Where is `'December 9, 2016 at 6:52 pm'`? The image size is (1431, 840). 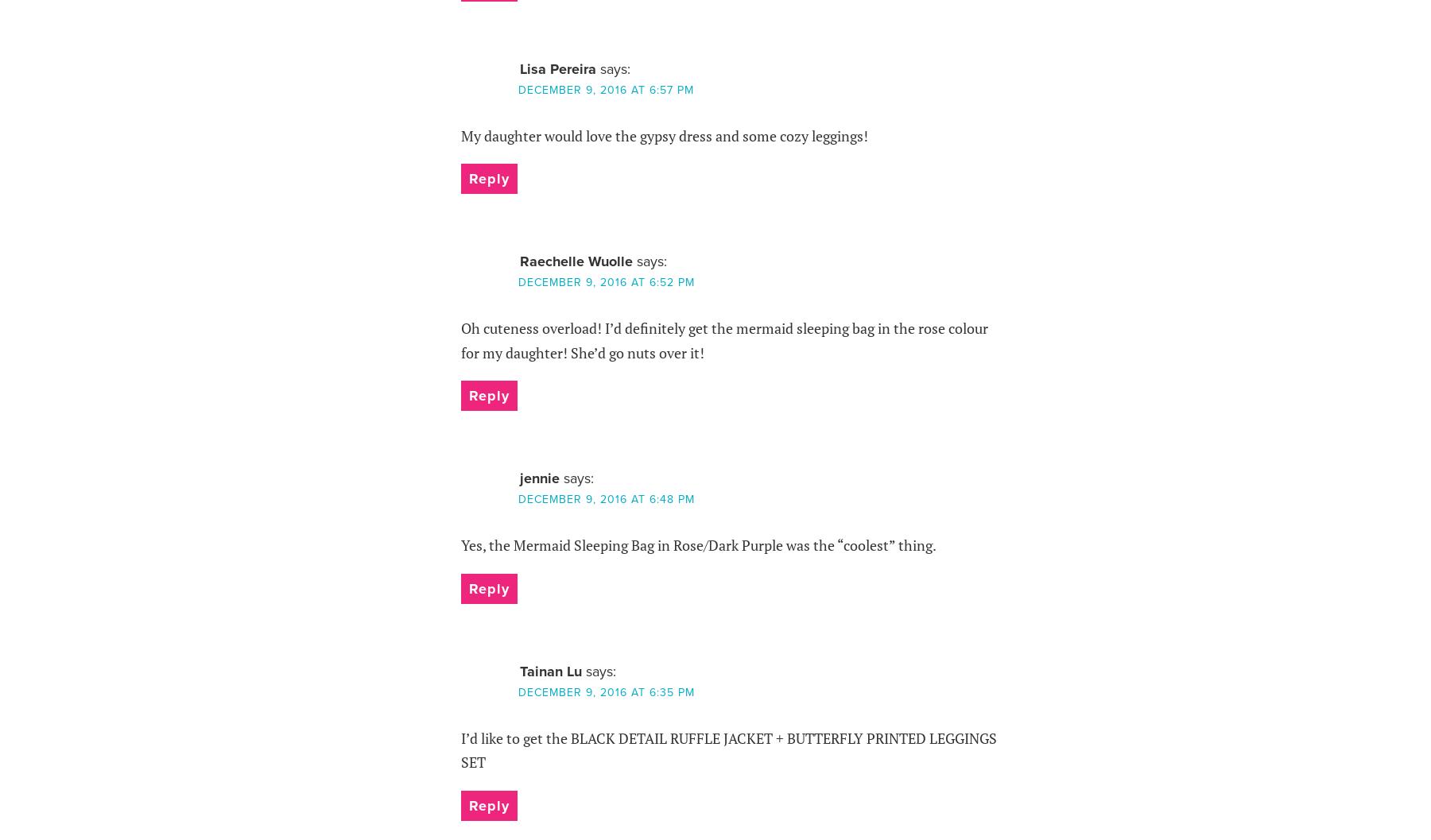
'December 9, 2016 at 6:52 pm' is located at coordinates (604, 282).